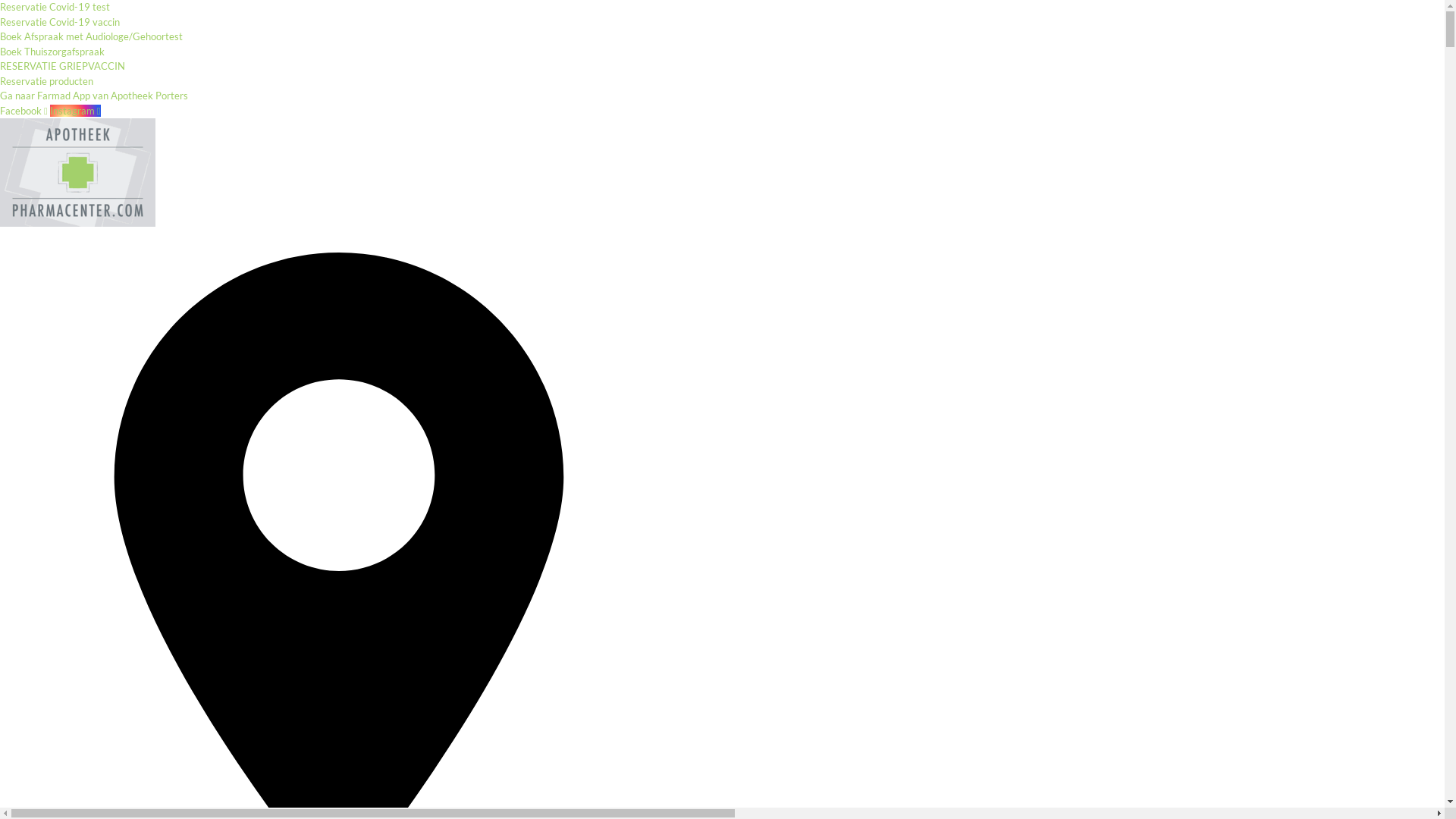 This screenshot has width=1456, height=819. Describe the element at coordinates (59, 20) in the screenshot. I see `'Reservatie Covid-19 vaccin'` at that location.